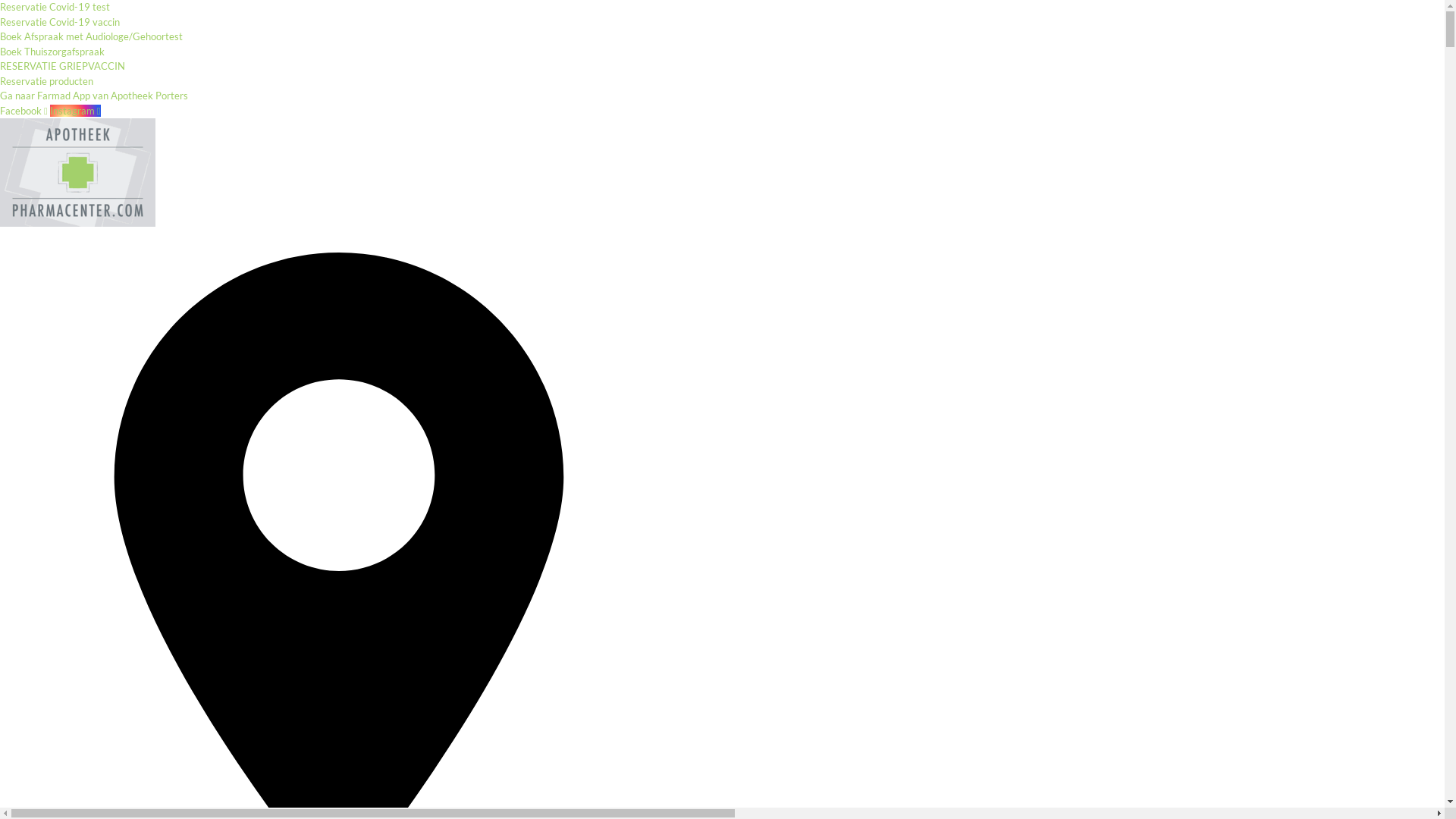 This screenshot has width=1456, height=819. Describe the element at coordinates (59, 20) in the screenshot. I see `'Reservatie Covid-19 vaccin'` at that location.